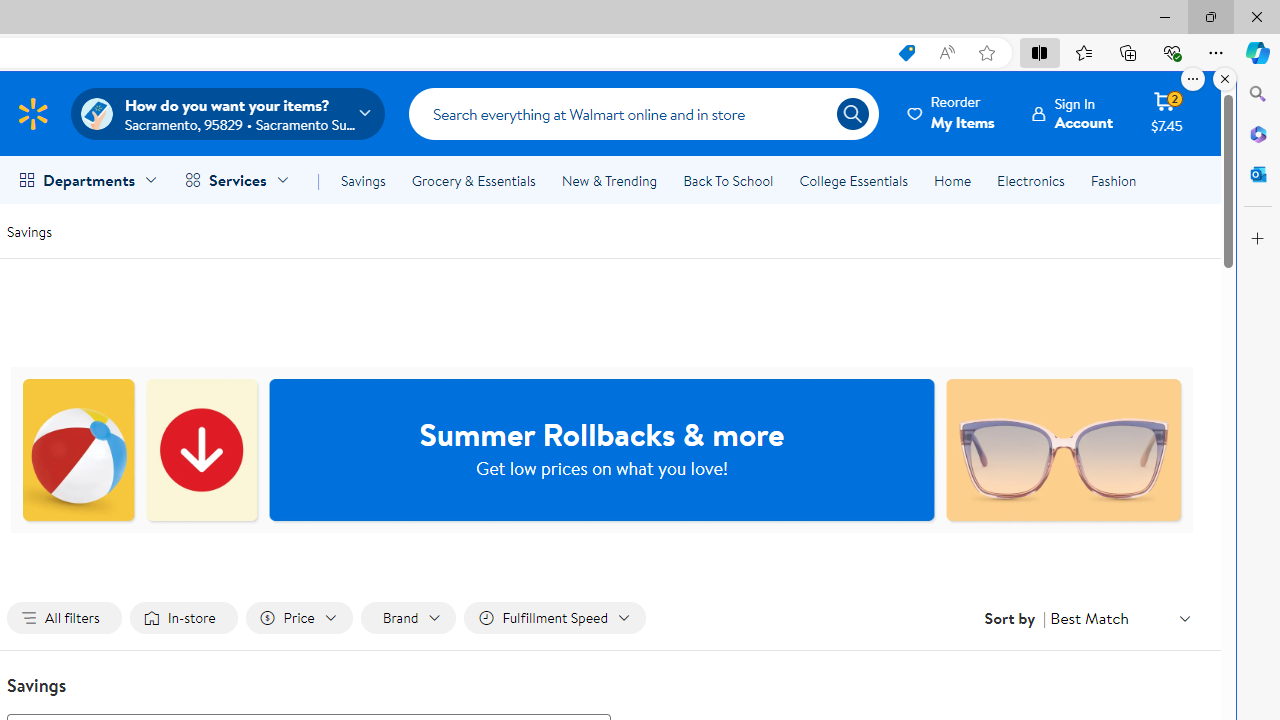  I want to click on 'This site has coupons! Shopping in Microsoft Edge, 7', so click(905, 52).